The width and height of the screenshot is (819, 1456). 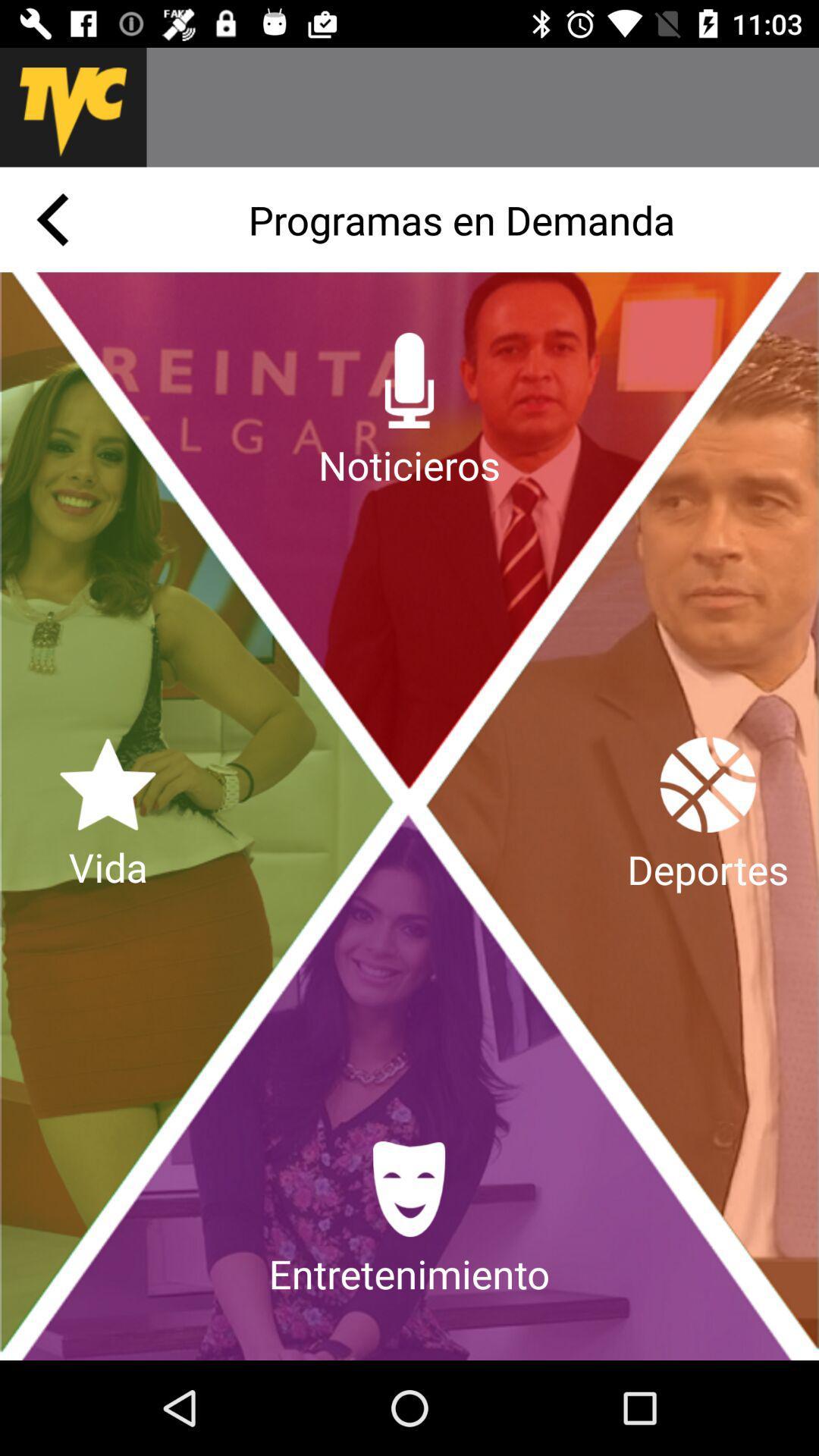 I want to click on the icon on the right, so click(x=708, y=815).